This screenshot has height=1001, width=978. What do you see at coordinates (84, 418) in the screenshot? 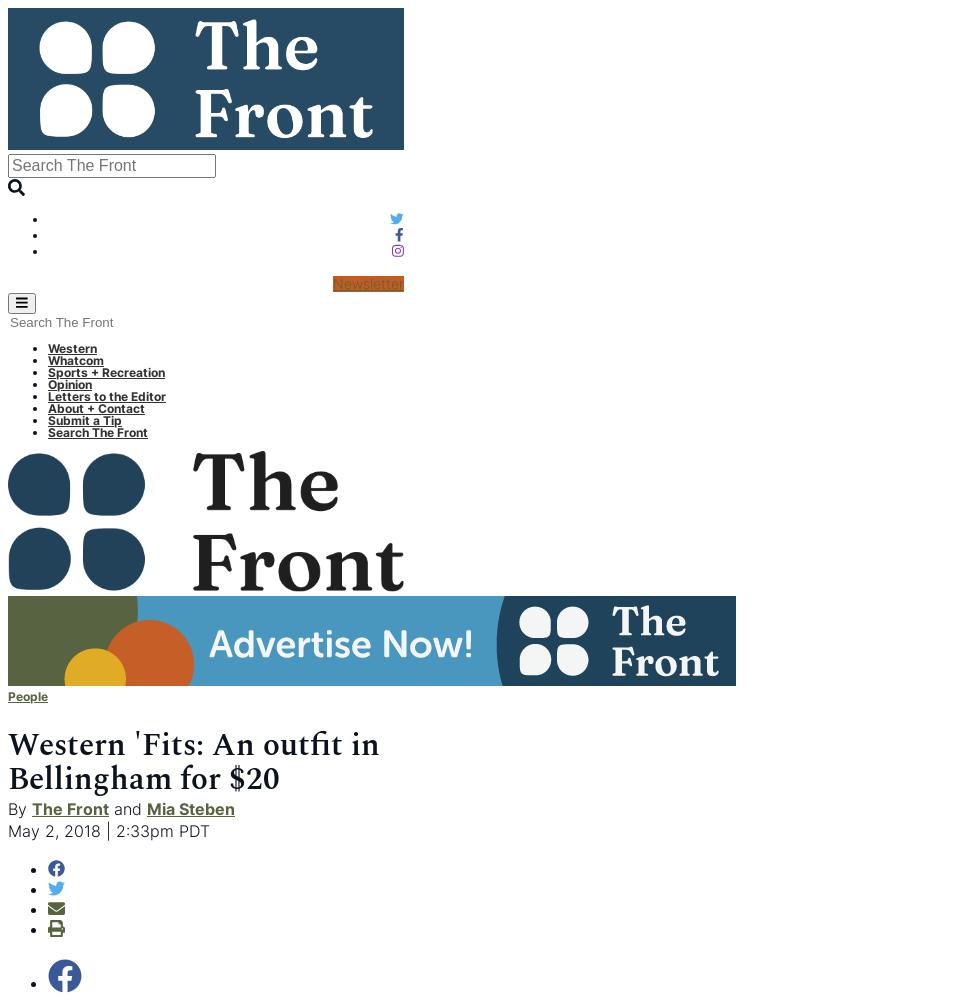
I see `'Submit a Tip'` at bounding box center [84, 418].